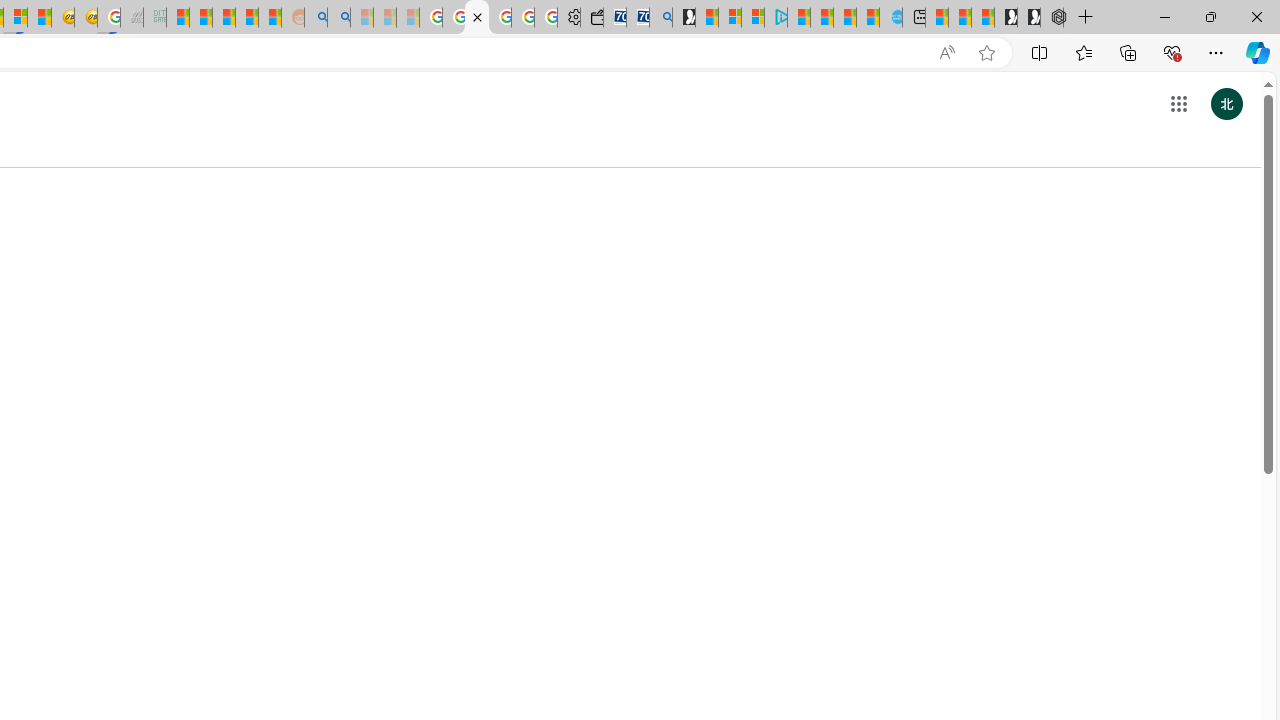 Image resolution: width=1280 pixels, height=720 pixels. I want to click on 'Wallet', so click(591, 17).